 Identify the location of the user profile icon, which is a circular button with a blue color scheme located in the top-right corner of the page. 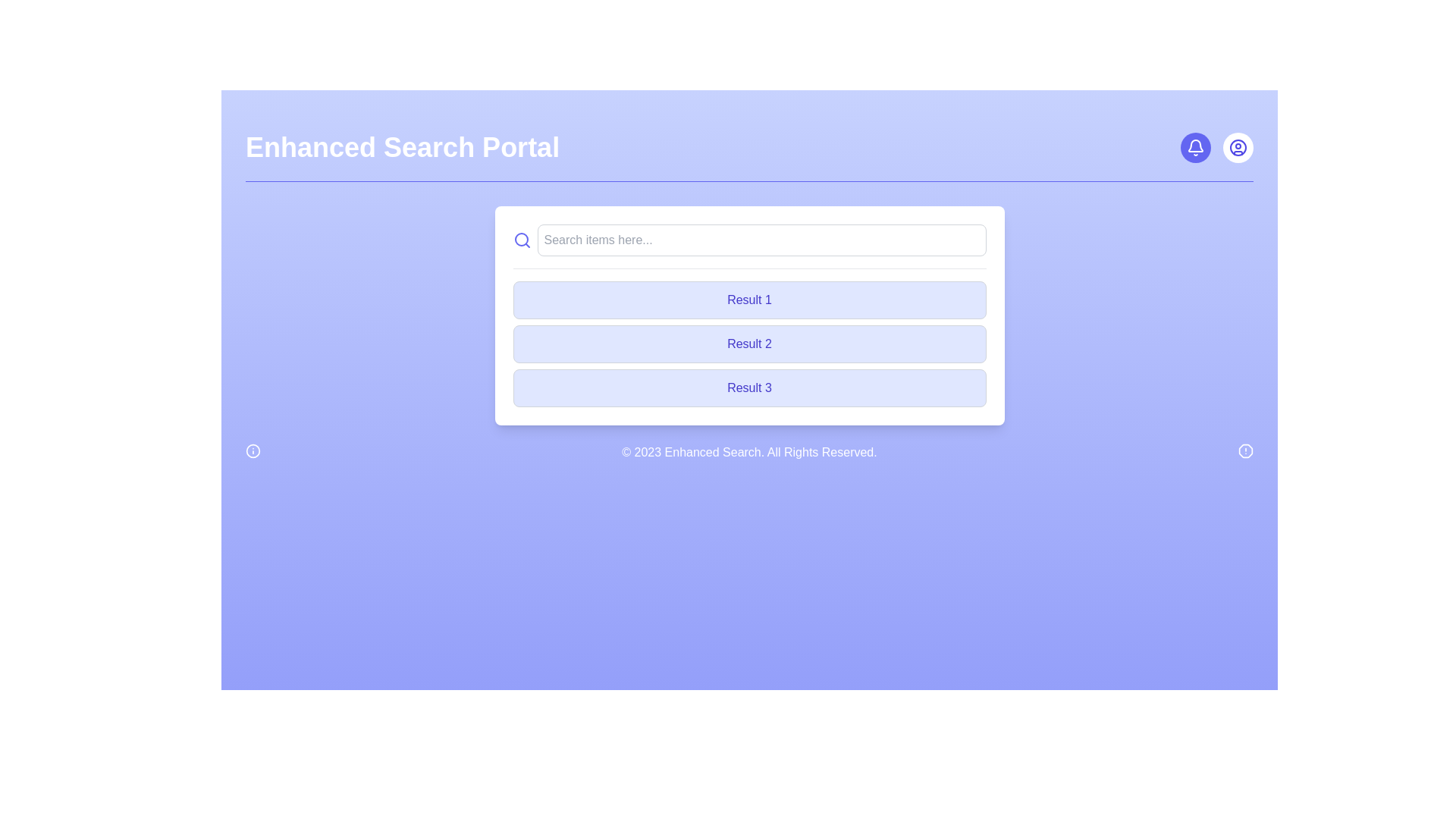
(1238, 148).